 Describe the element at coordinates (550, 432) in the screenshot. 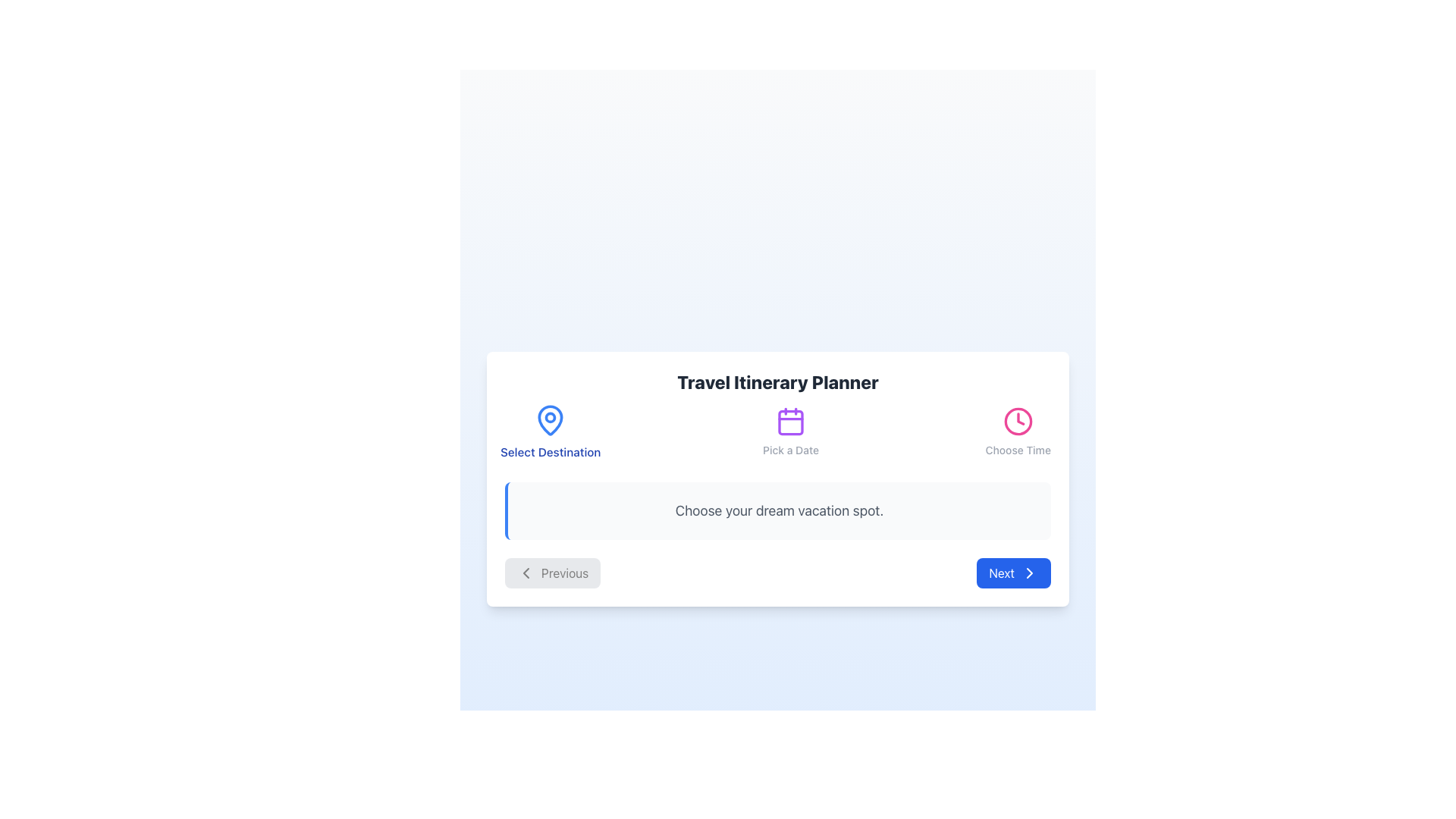

I see `the button labeled 'Select Destination' which is the leftmost component in the 'Travel Itinerary Planner' section, featuring a blue map pin icon above blue text` at that location.